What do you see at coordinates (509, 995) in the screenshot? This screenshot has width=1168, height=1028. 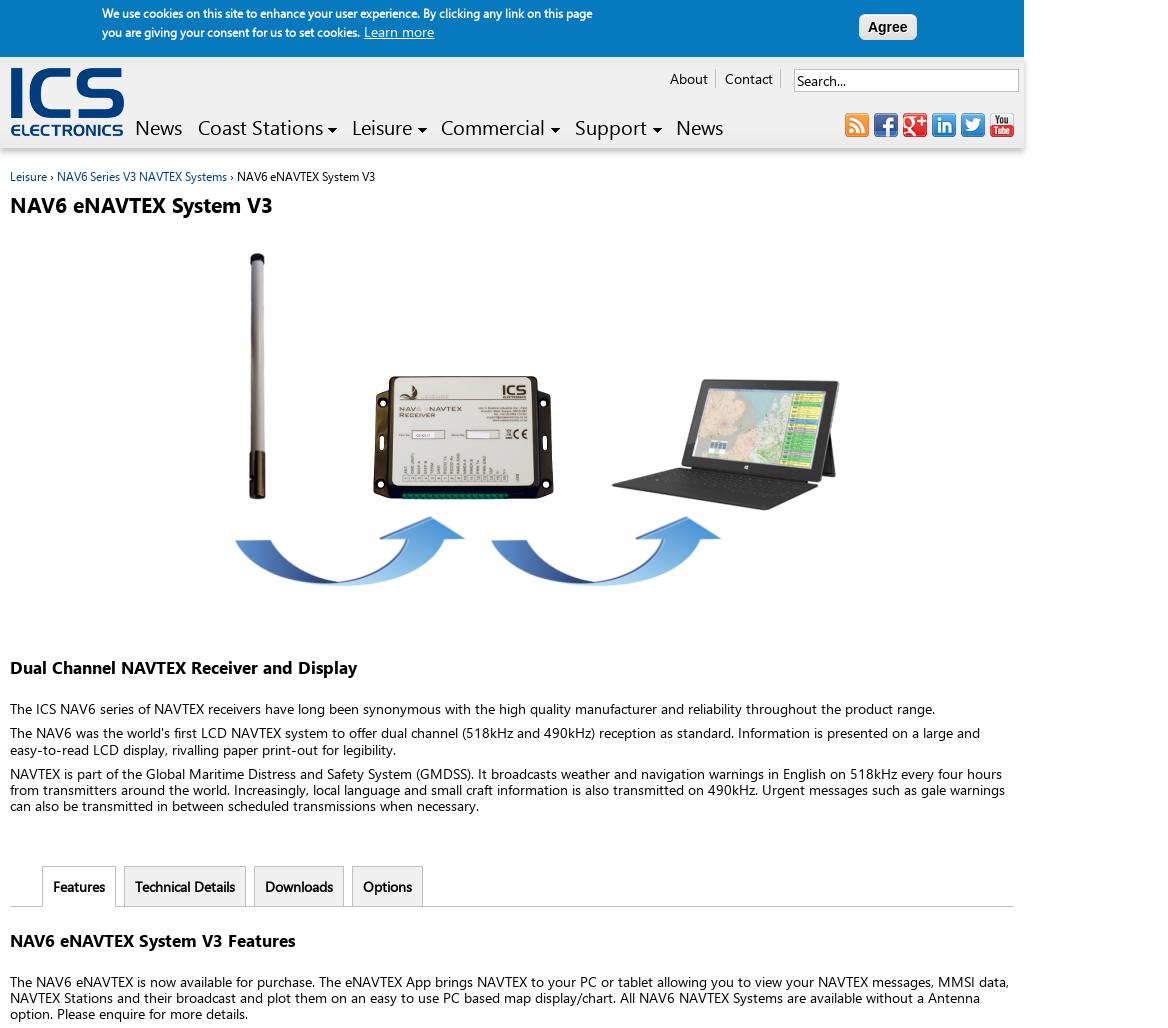 I see `'The NAV6 eNAVTEX is now available for purchase. The eNAVTEX App brings NAVTEX to your PC or tablet allowing you to view your NAVTEX messages, MMSI data, NAVTEX Stations and their broadcast and plot them on an easy to use PC based map display/chart. All NAV6 NAVTEX Systems are available without a Antenna option. Please enquire for more details.'` at bounding box center [509, 995].